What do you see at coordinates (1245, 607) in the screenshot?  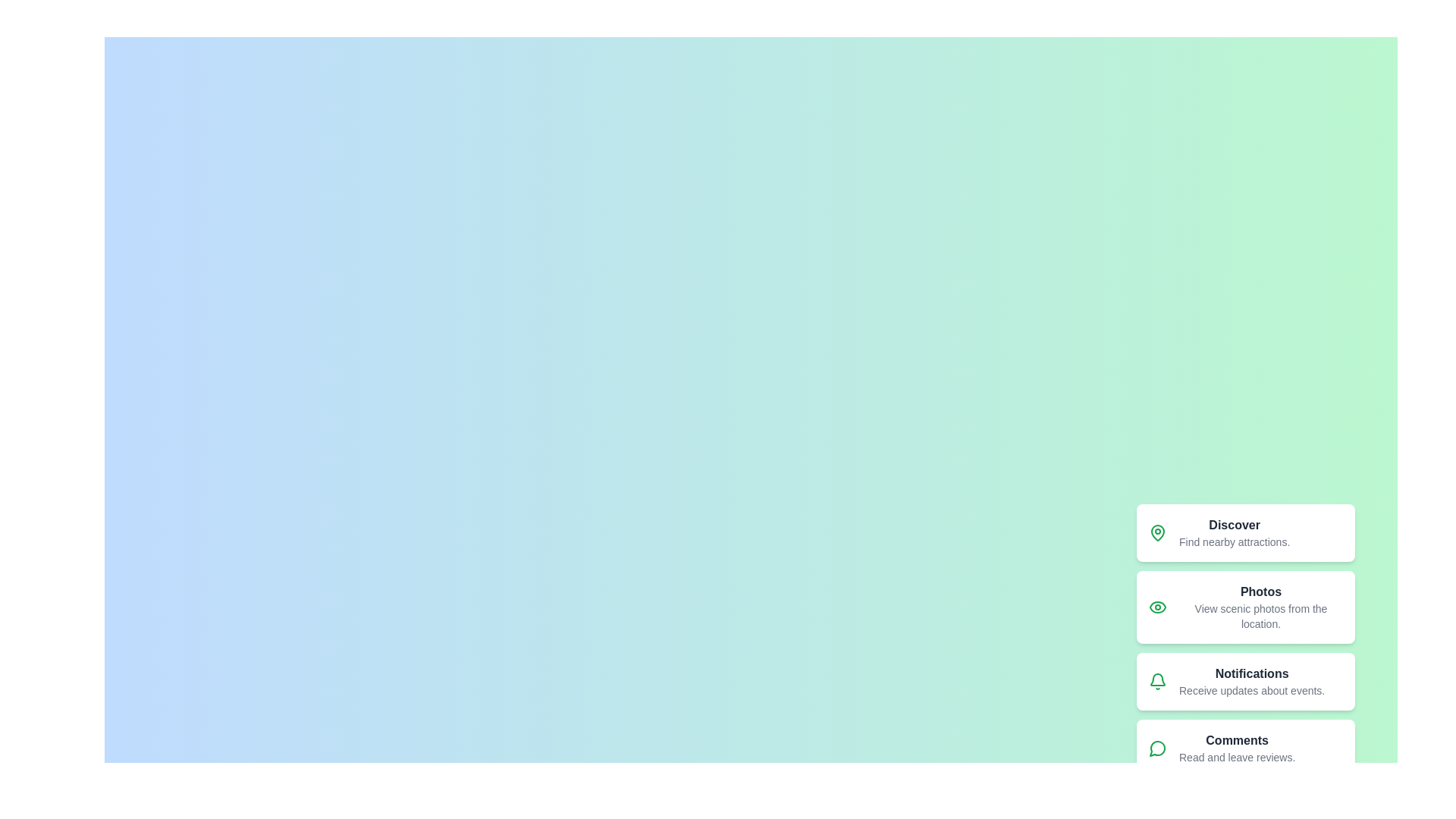 I see `the menu item labeled Photos from the speed dial menu` at bounding box center [1245, 607].